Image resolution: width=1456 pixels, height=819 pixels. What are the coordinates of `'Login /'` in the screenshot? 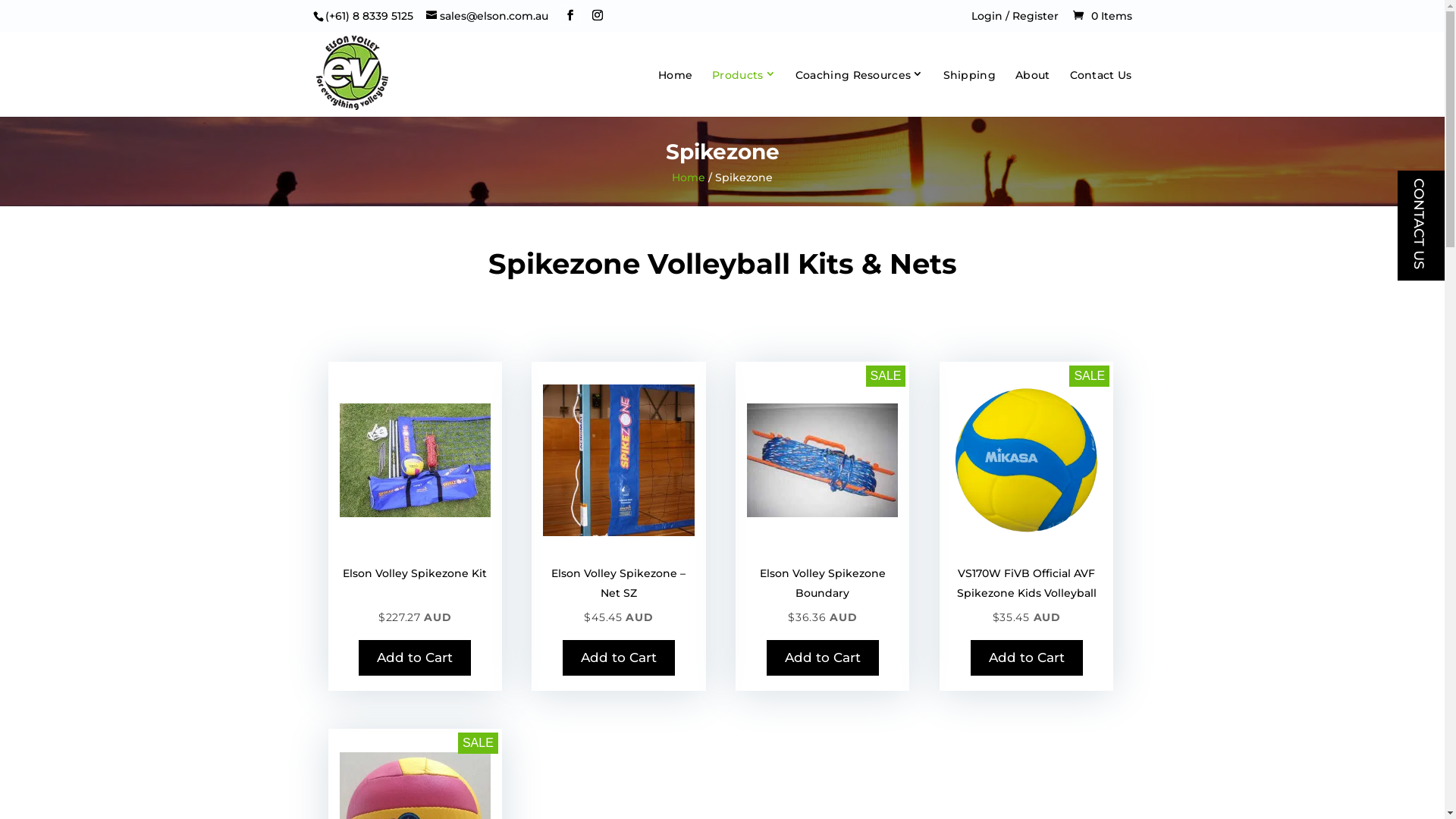 It's located at (990, 15).